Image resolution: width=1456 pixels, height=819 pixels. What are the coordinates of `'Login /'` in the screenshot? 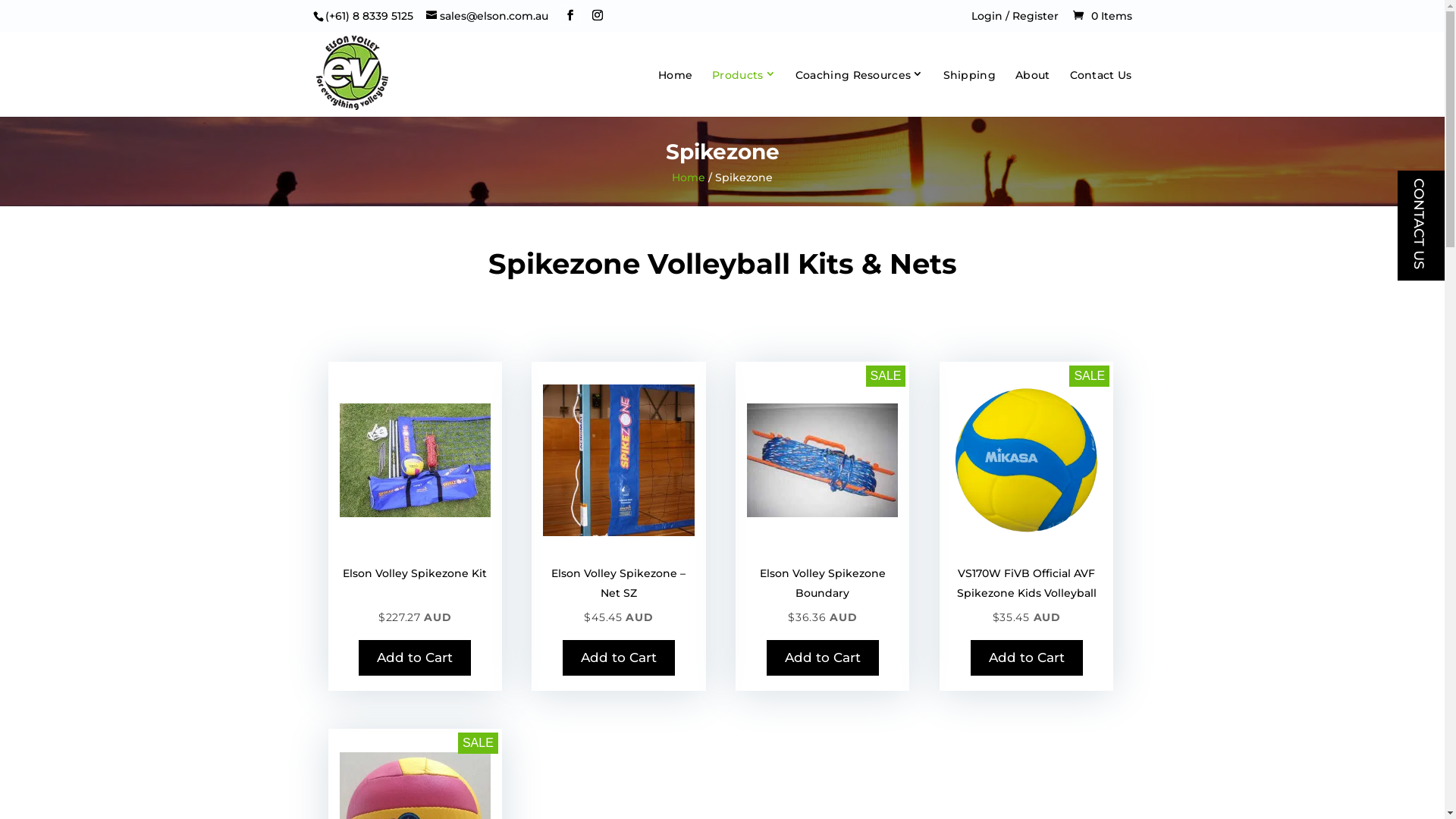 It's located at (990, 15).